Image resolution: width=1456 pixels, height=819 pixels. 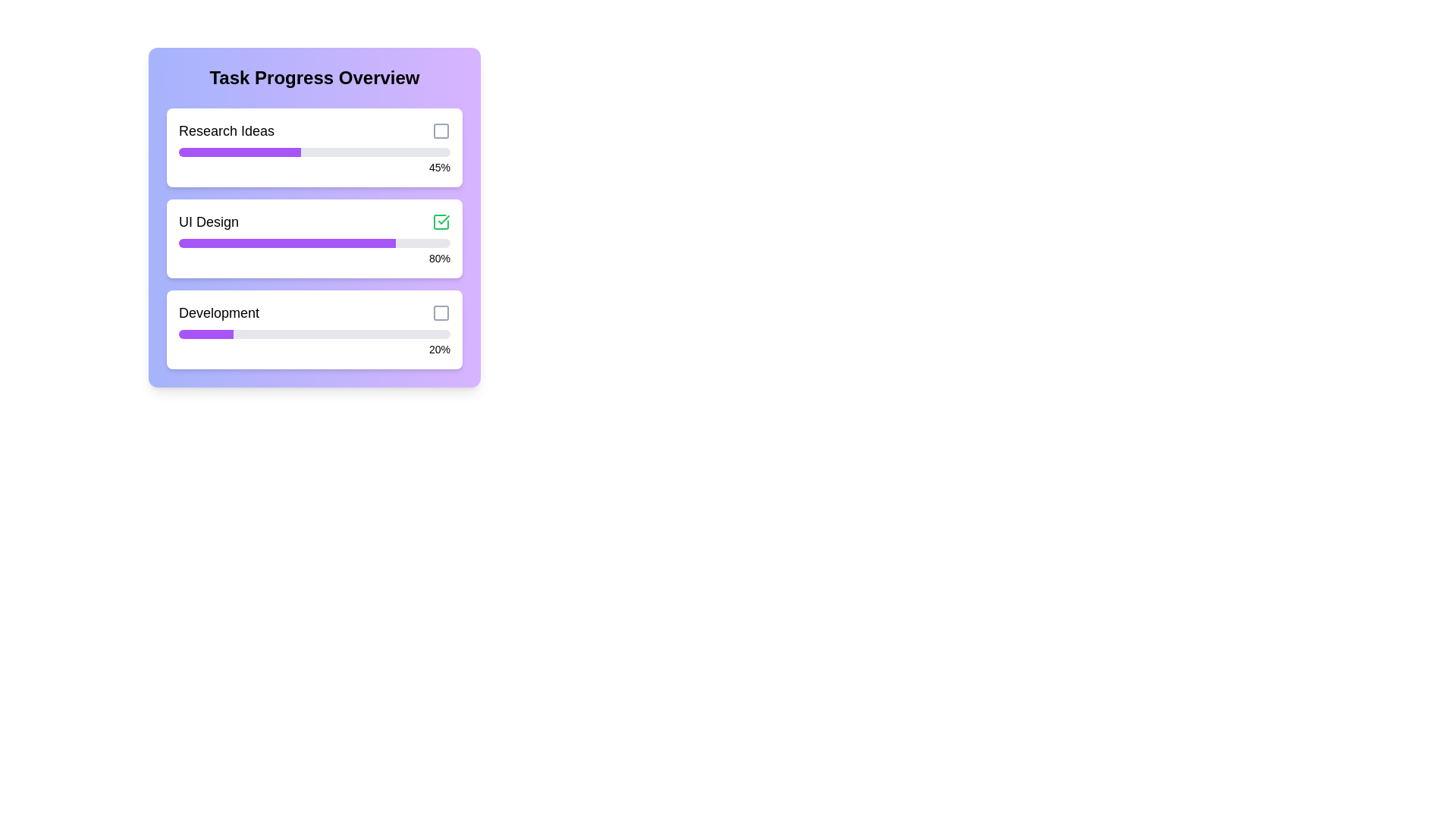 I want to click on the filled segment of the progress bar representing the 'UI Design' task, which is located within the 'Task Progress Overview' list as the second item, so click(x=287, y=242).